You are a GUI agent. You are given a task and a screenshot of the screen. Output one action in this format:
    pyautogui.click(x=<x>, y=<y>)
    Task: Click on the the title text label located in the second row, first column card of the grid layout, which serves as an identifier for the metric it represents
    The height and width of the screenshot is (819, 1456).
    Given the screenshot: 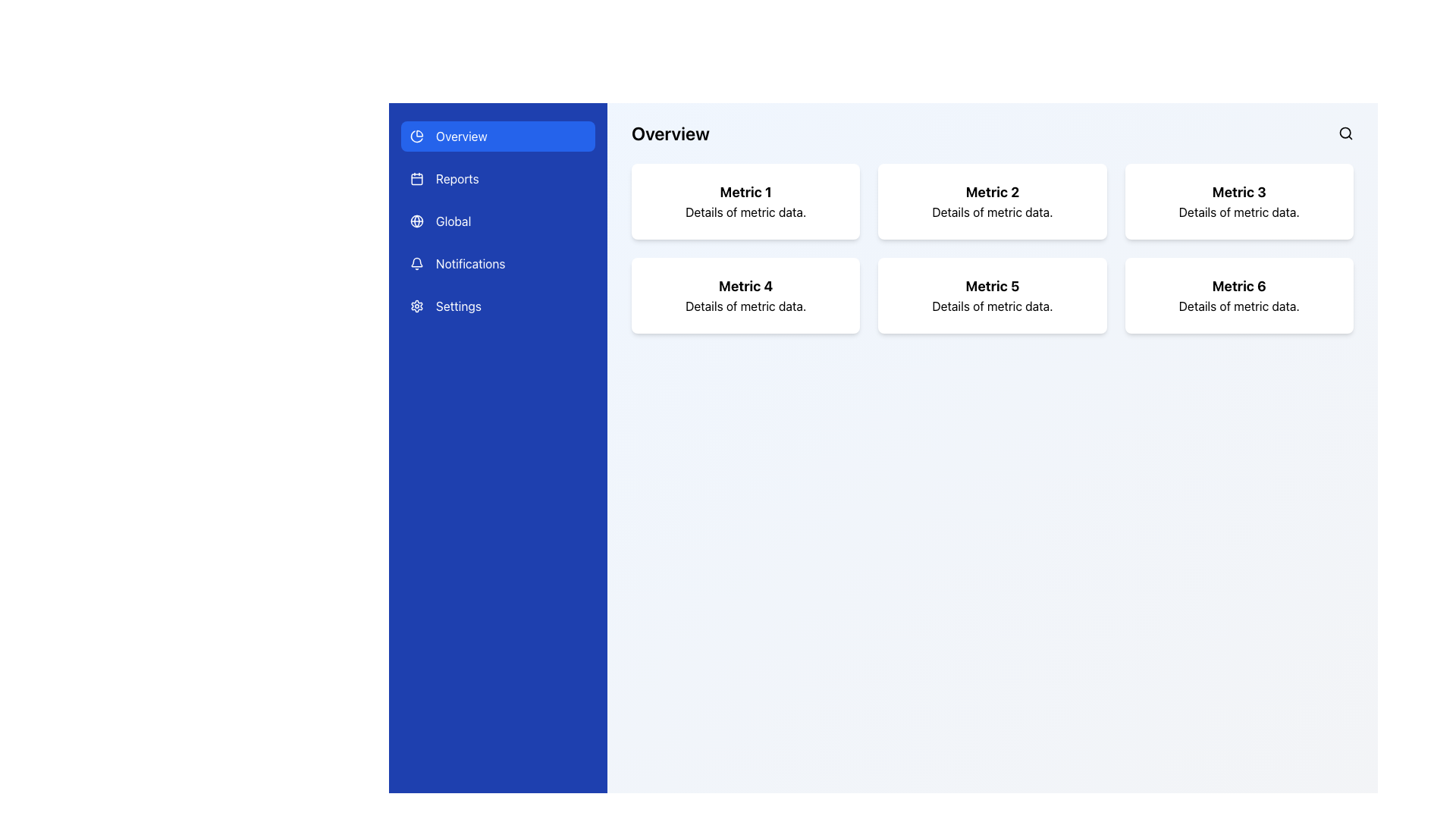 What is the action you would take?
    pyautogui.click(x=745, y=287)
    